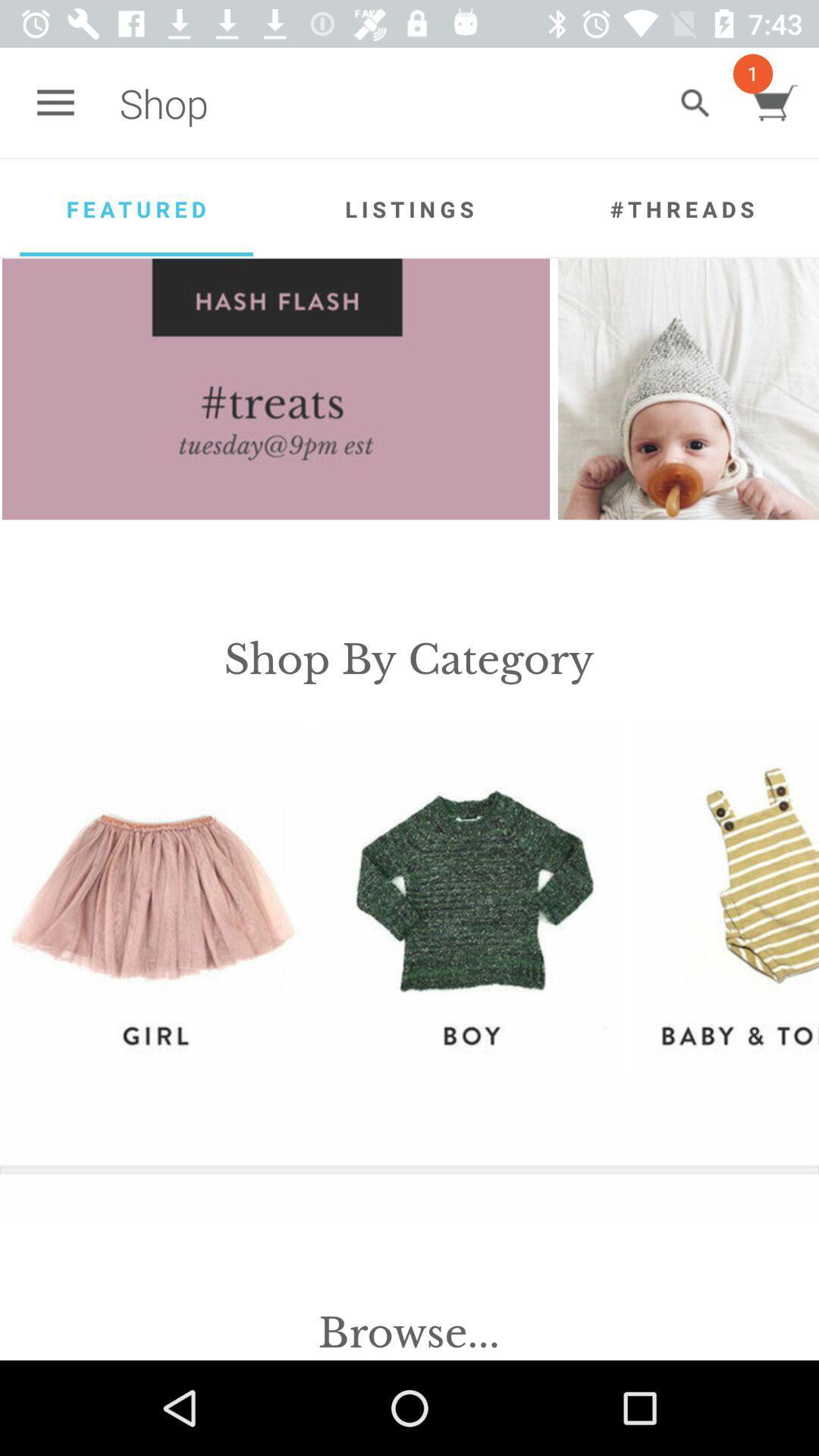 The image size is (819, 1456). I want to click on the article, so click(688, 389).